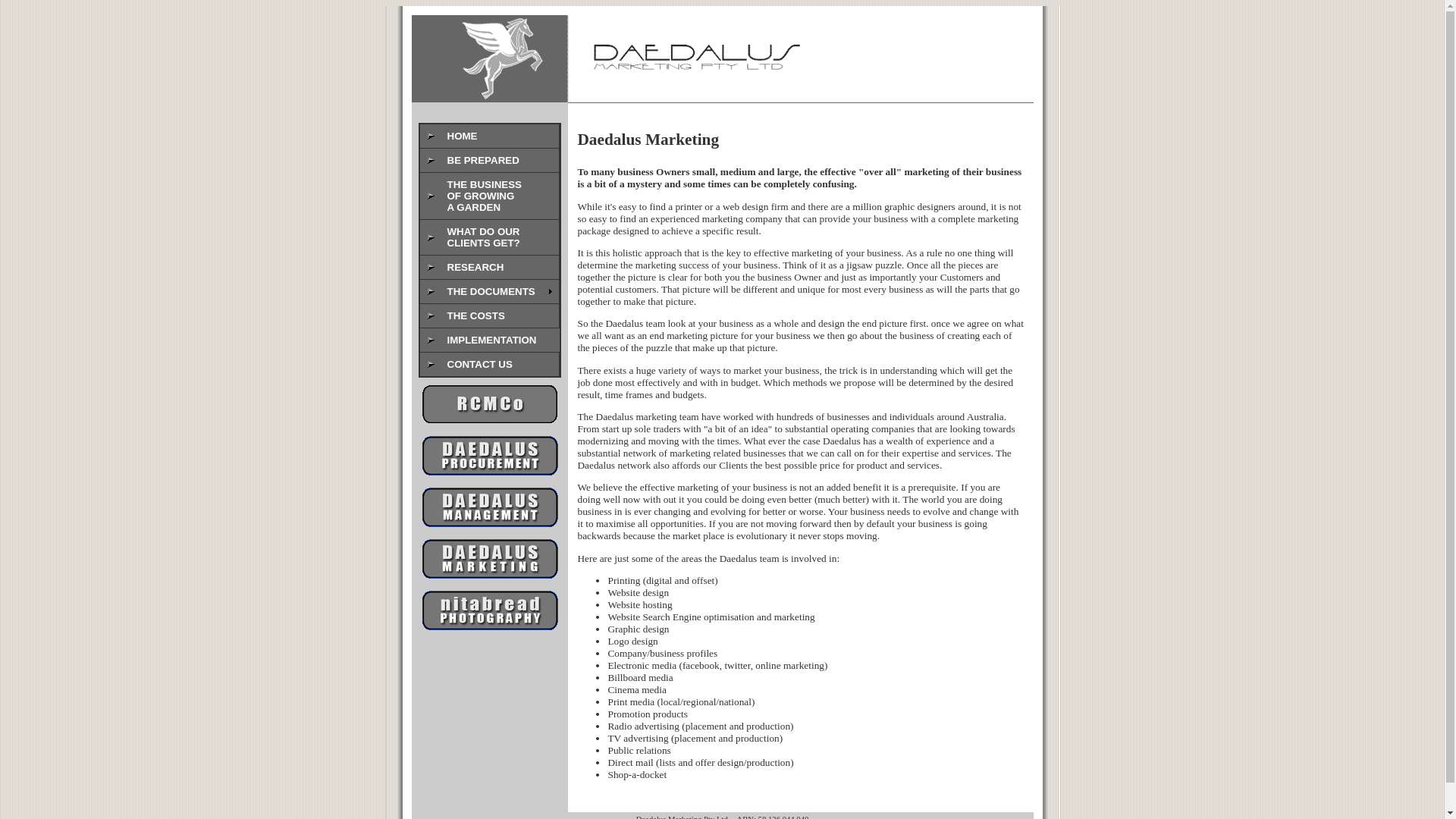  What do you see at coordinates (419, 237) in the screenshot?
I see `'WHAT DO OUR` at bounding box center [419, 237].